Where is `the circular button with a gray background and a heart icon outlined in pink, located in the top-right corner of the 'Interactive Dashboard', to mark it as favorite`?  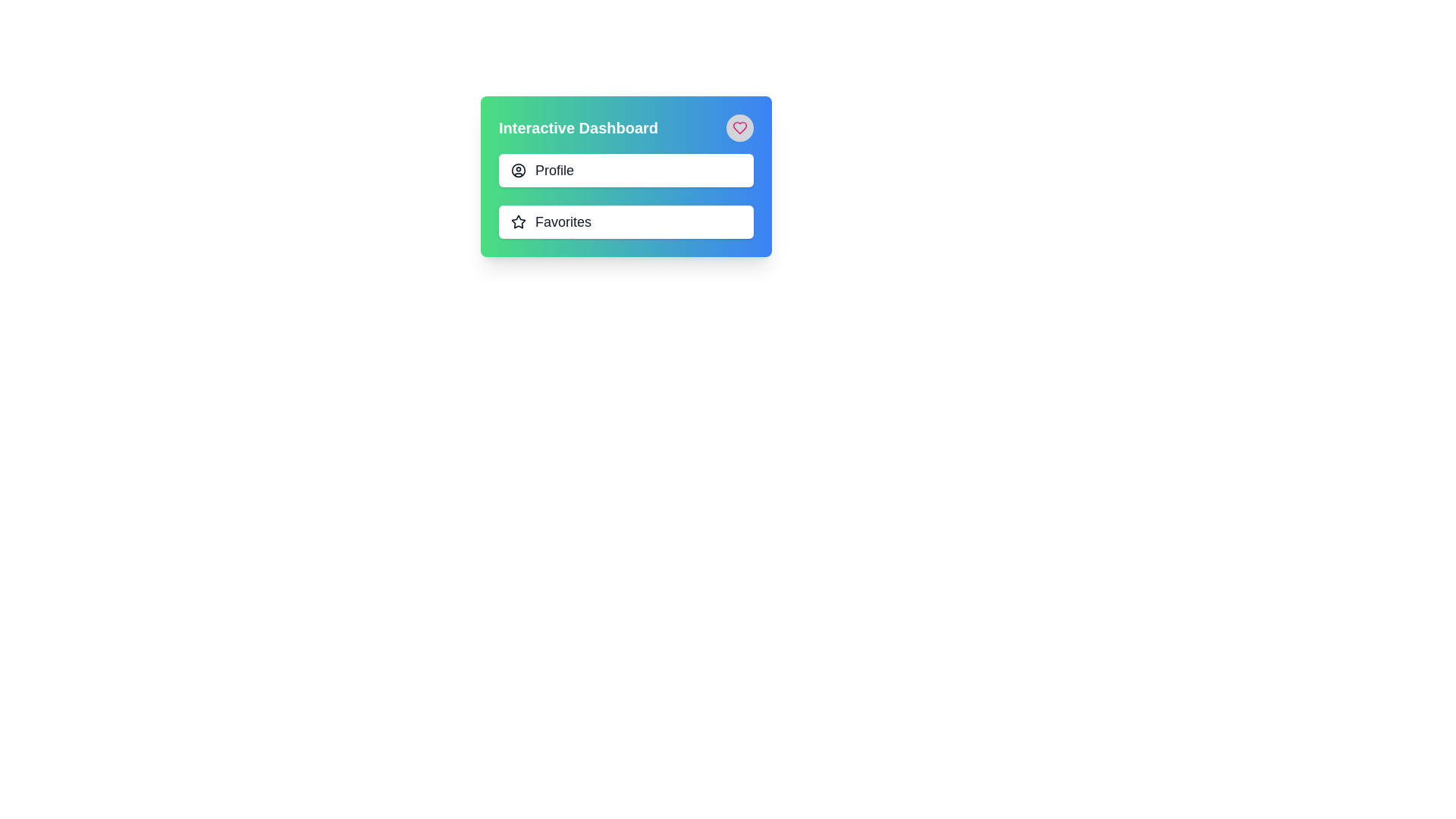
the circular button with a gray background and a heart icon outlined in pink, located in the top-right corner of the 'Interactive Dashboard', to mark it as favorite is located at coordinates (739, 127).